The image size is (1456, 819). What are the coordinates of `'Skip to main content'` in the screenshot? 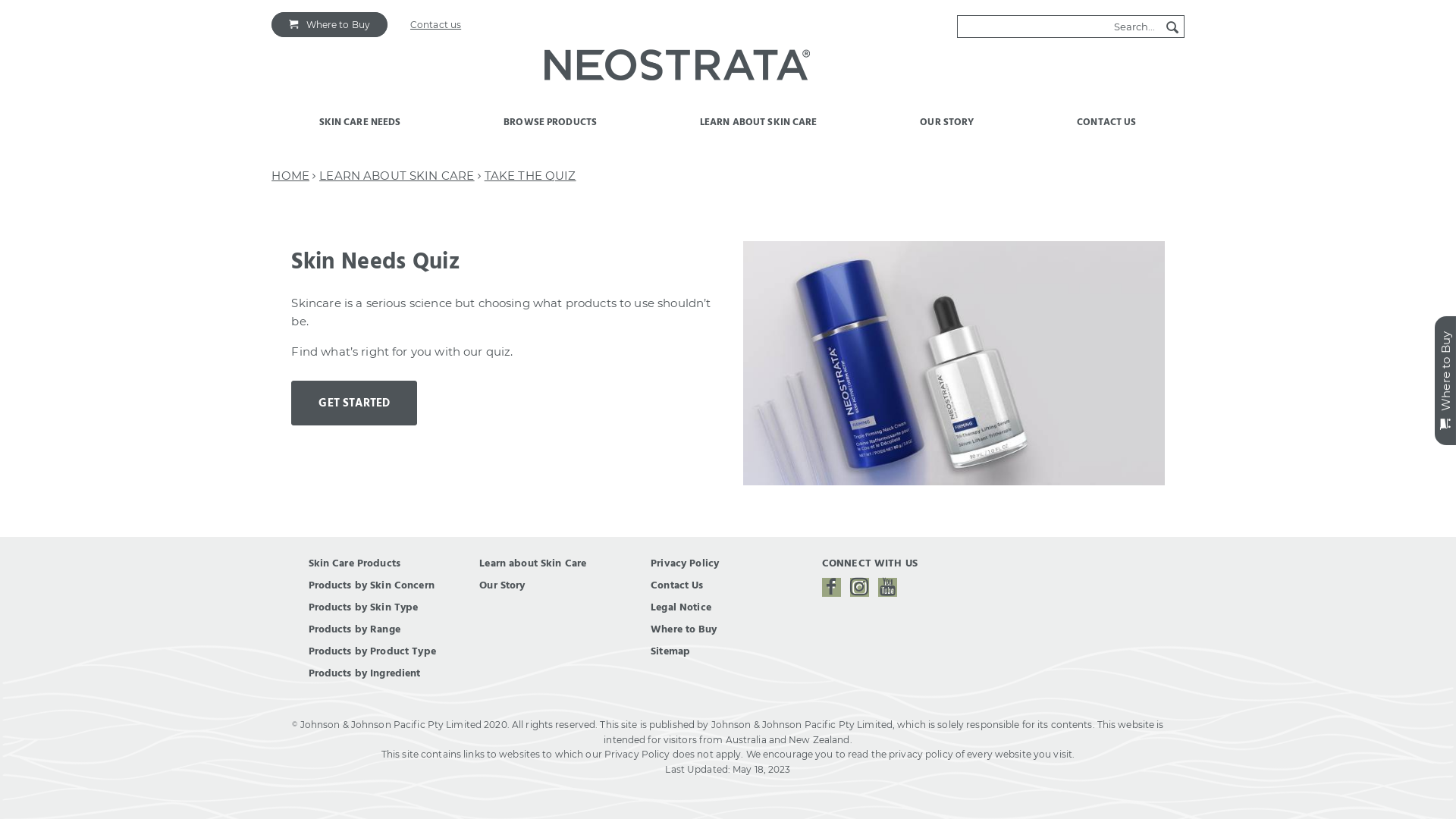 It's located at (51, 0).